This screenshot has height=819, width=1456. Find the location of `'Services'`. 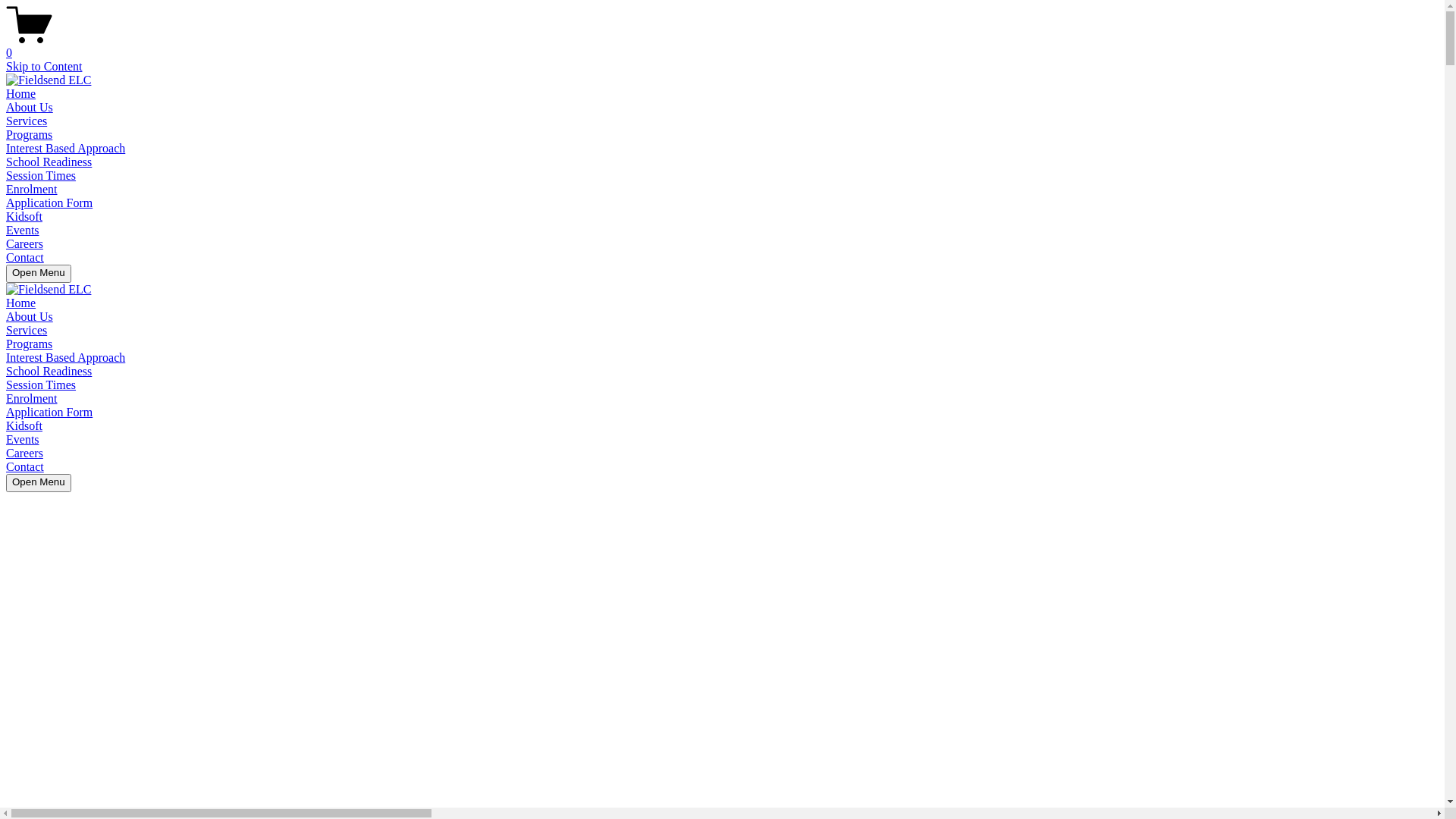

'Services' is located at coordinates (26, 329).